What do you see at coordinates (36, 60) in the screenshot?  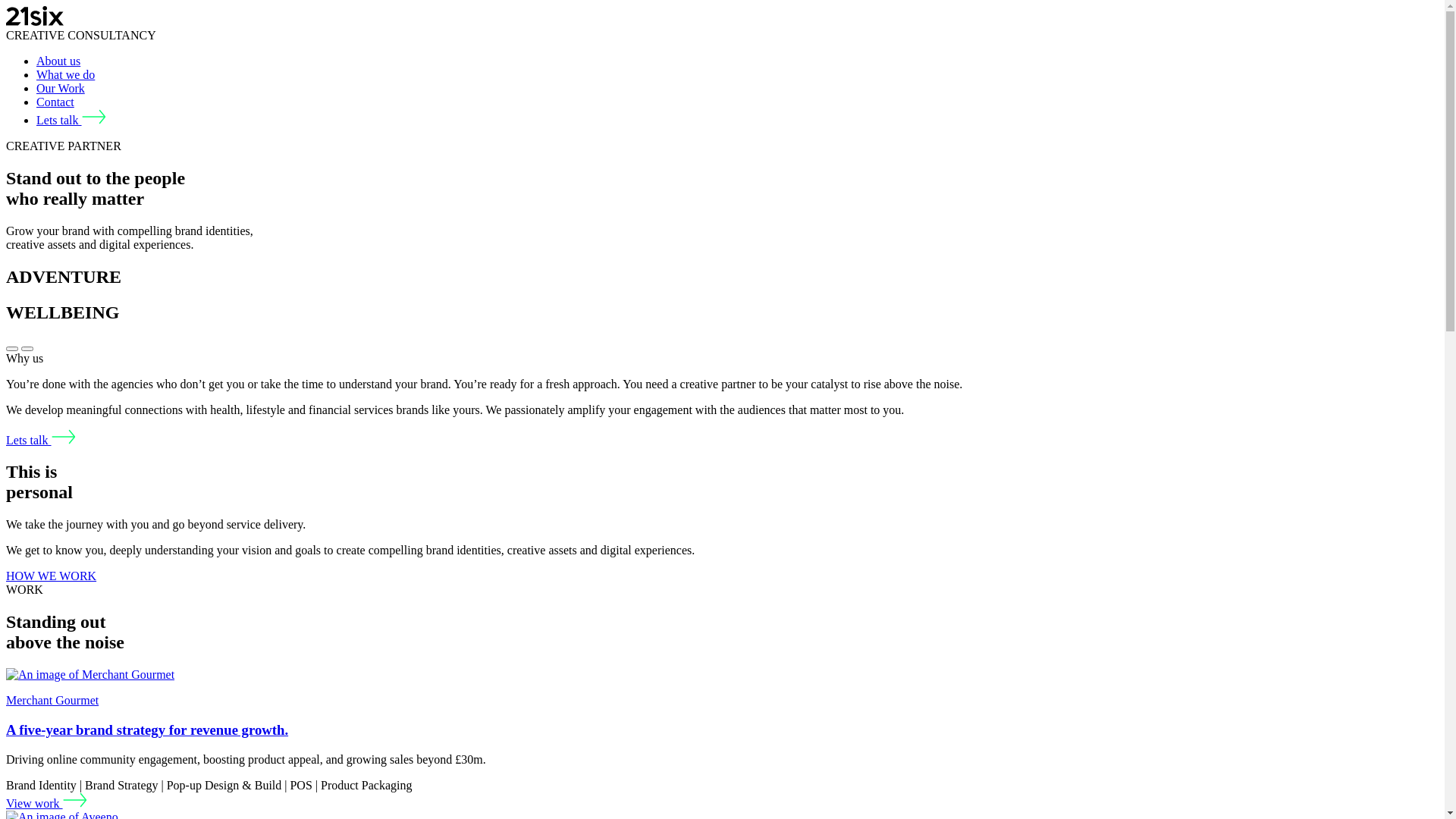 I see `'About us'` at bounding box center [36, 60].